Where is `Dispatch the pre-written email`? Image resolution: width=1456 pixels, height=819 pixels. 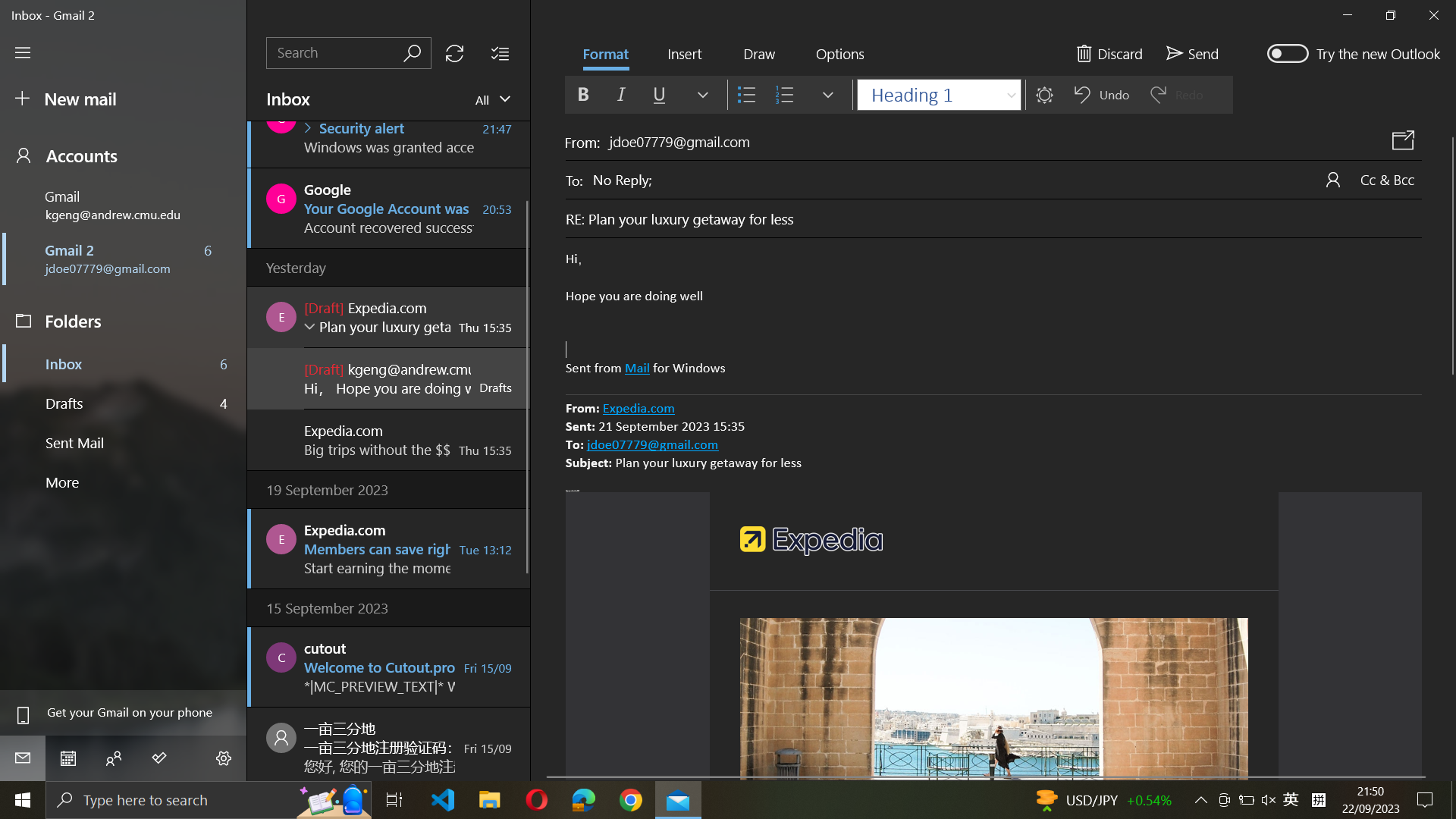
Dispatch the pre-written email is located at coordinates (1190, 52).